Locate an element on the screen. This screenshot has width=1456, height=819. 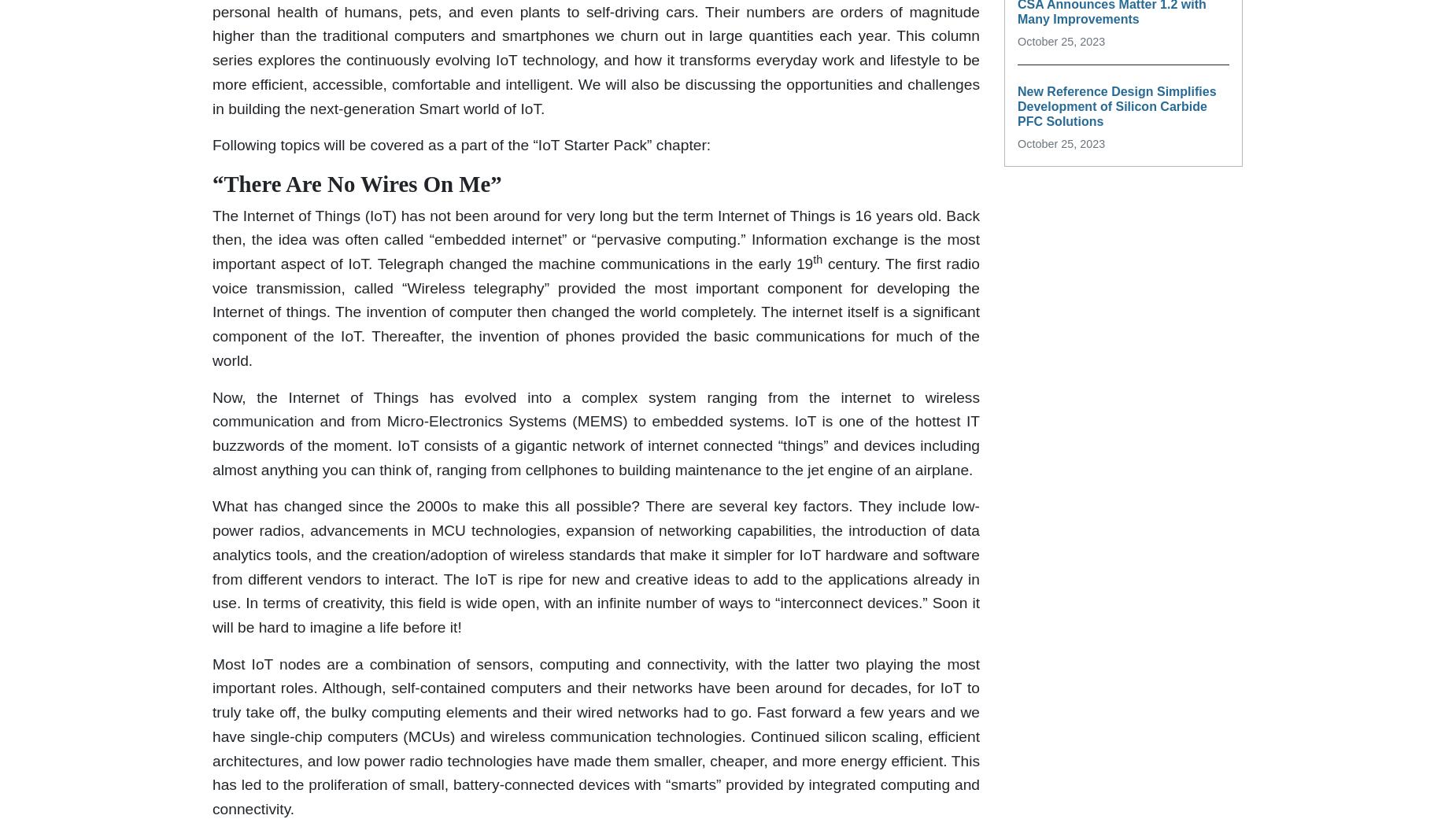
'th' is located at coordinates (816, 258).